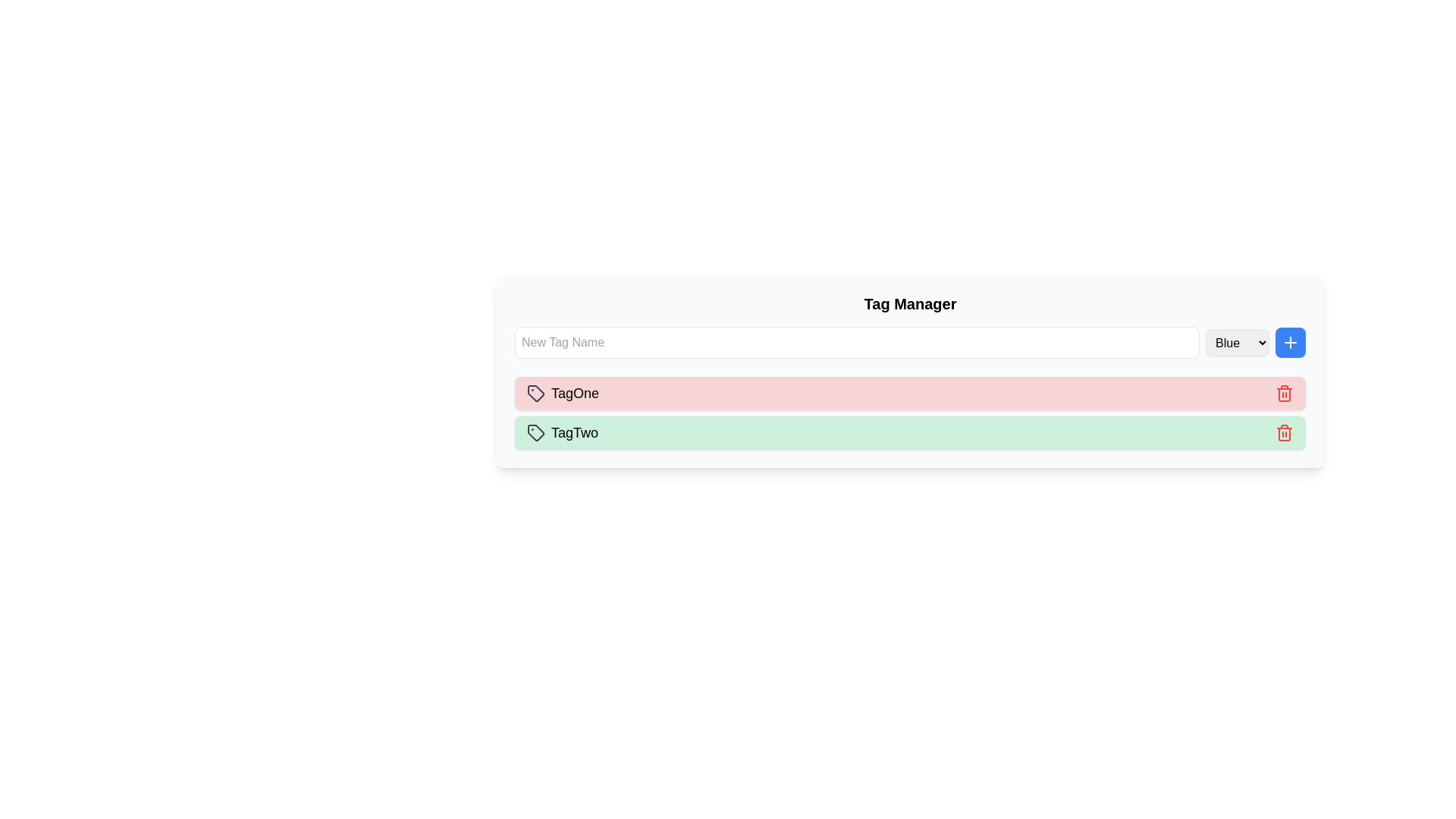  What do you see at coordinates (535, 393) in the screenshot?
I see `the small gray outlined tag icon with a circular hole, located on the red background, positioned to the left of the 'TagOne' tag entry` at bounding box center [535, 393].